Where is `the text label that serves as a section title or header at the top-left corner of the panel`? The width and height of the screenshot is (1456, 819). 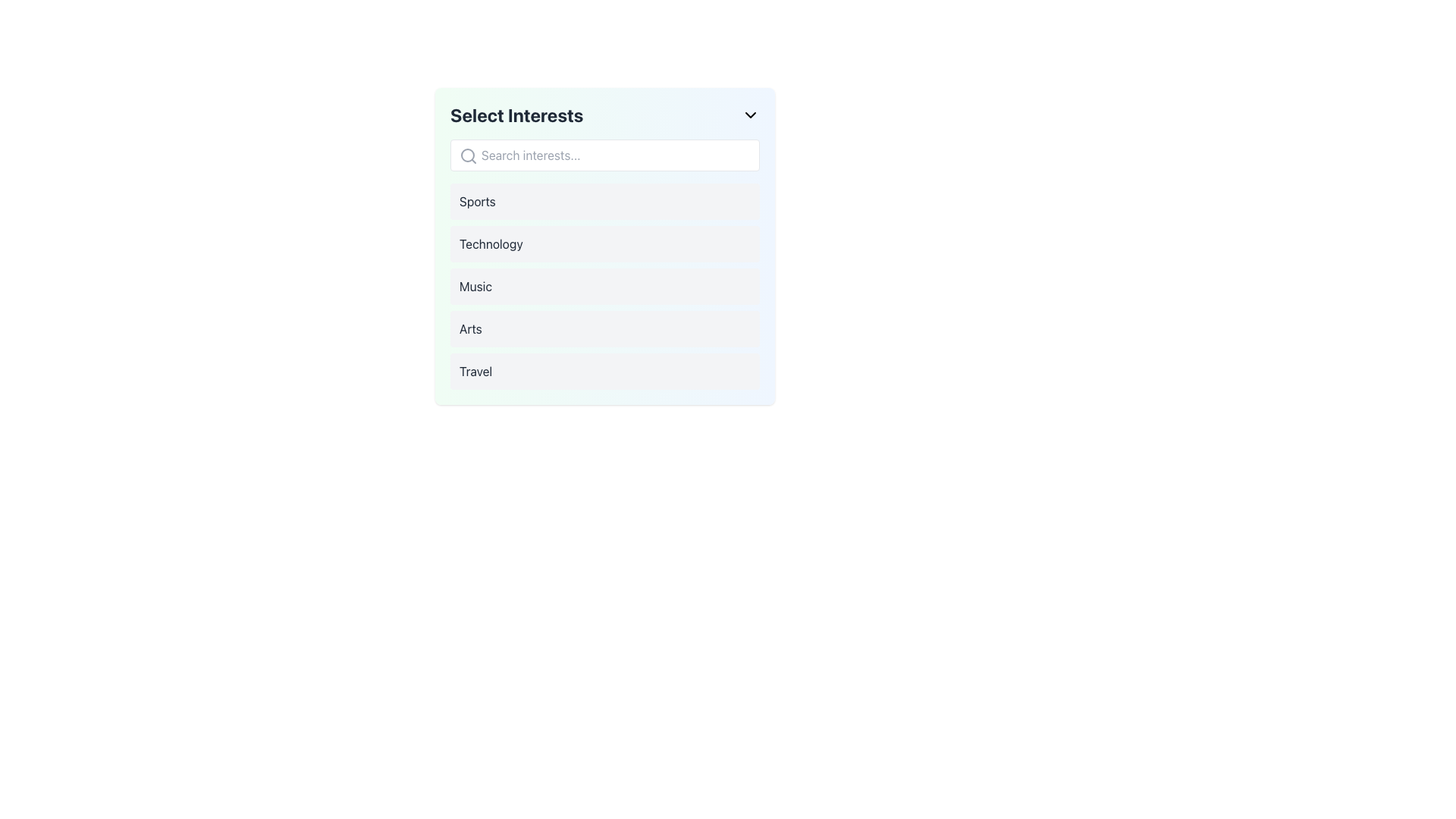 the text label that serves as a section title or header at the top-left corner of the panel is located at coordinates (516, 114).